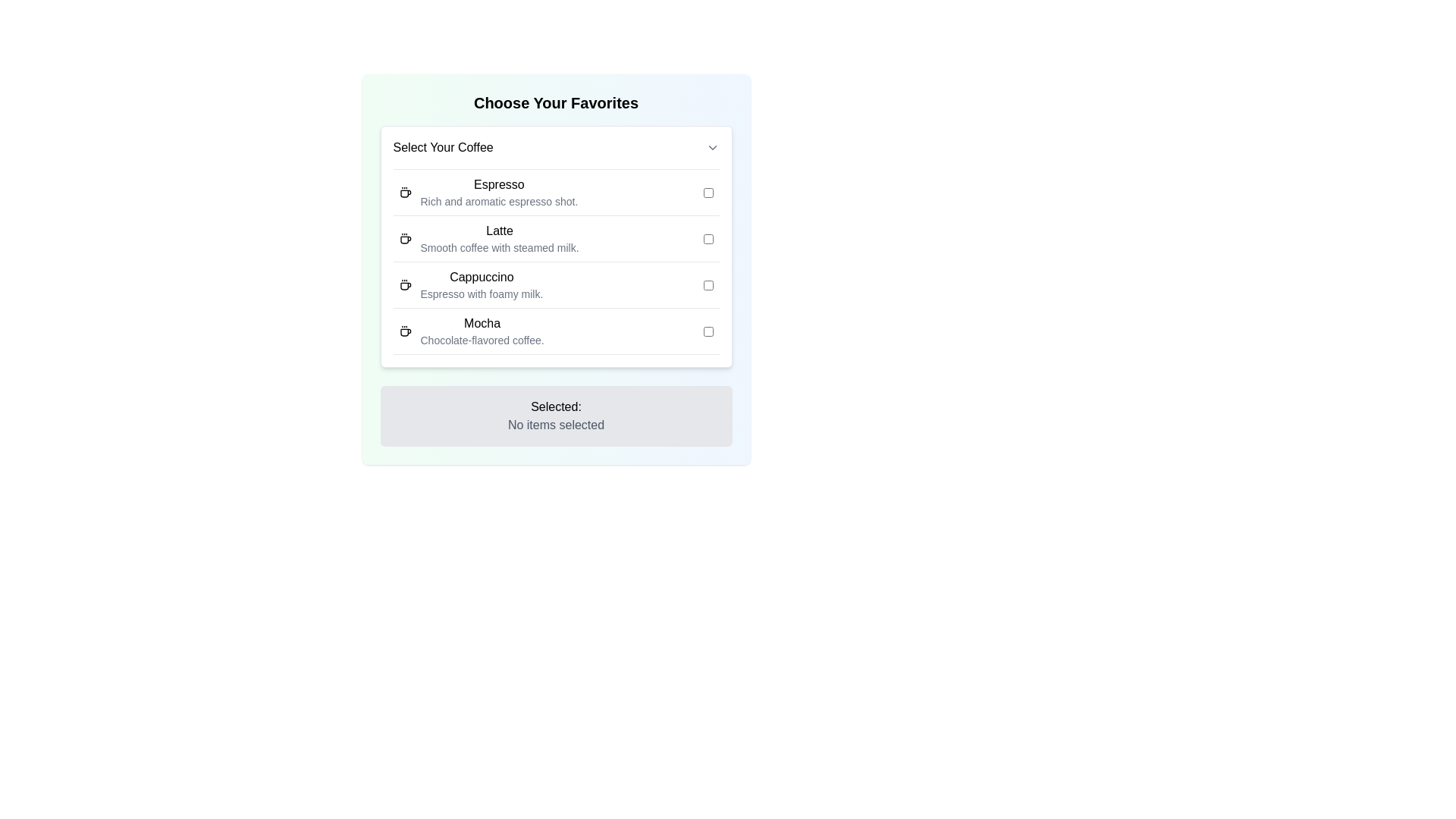 The width and height of the screenshot is (1456, 819). I want to click on the coffee cup icon next to the text 'Mocha', so click(405, 330).